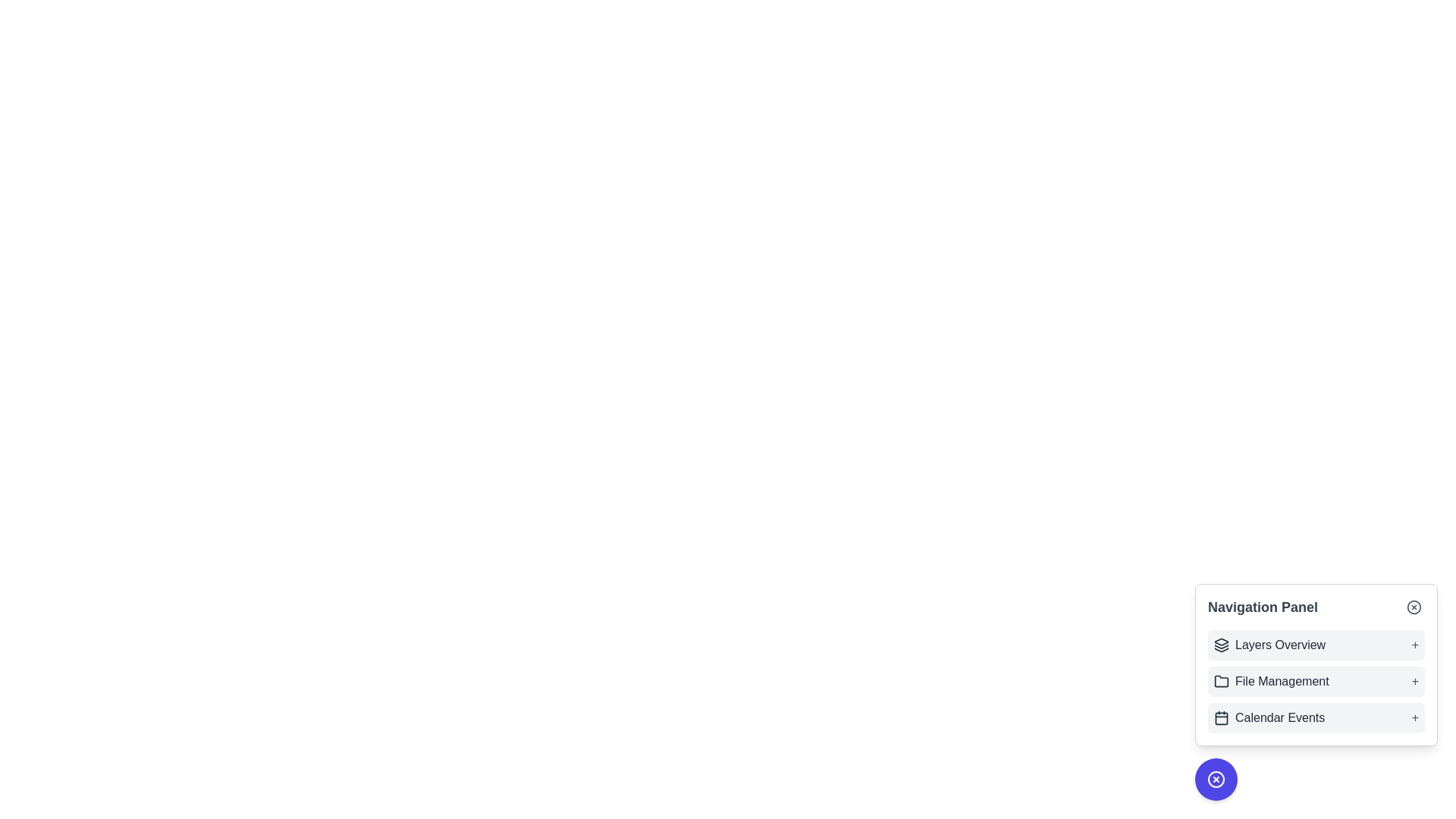 This screenshot has width=1456, height=819. Describe the element at coordinates (1271, 680) in the screenshot. I see `the 'File Management' navigational link, which is the second item in the navigation panel, accompanied by a folder icon` at that location.